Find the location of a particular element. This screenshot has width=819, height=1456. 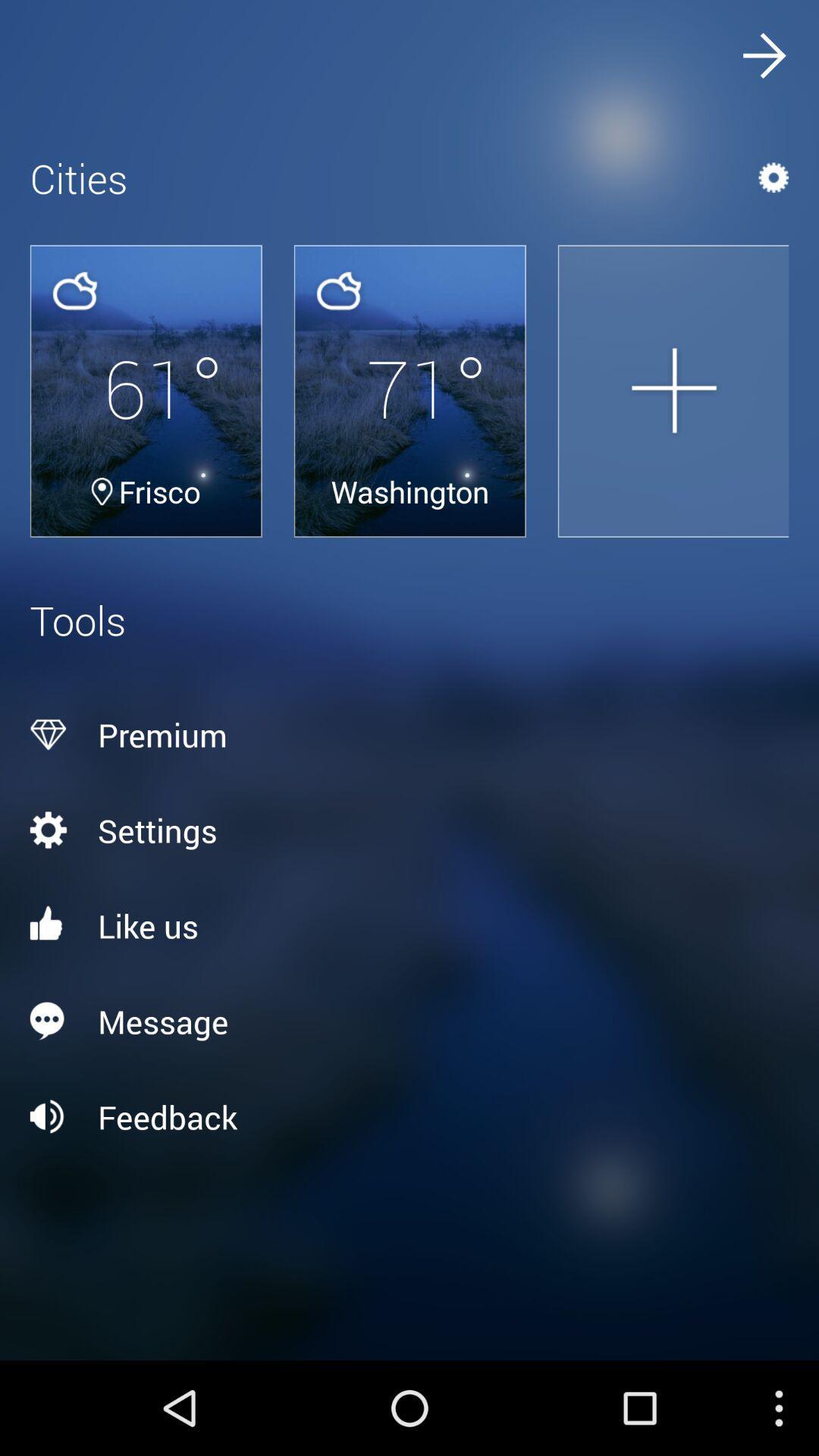

the cloud icon above the text 71 degrees on the web page is located at coordinates (337, 290).